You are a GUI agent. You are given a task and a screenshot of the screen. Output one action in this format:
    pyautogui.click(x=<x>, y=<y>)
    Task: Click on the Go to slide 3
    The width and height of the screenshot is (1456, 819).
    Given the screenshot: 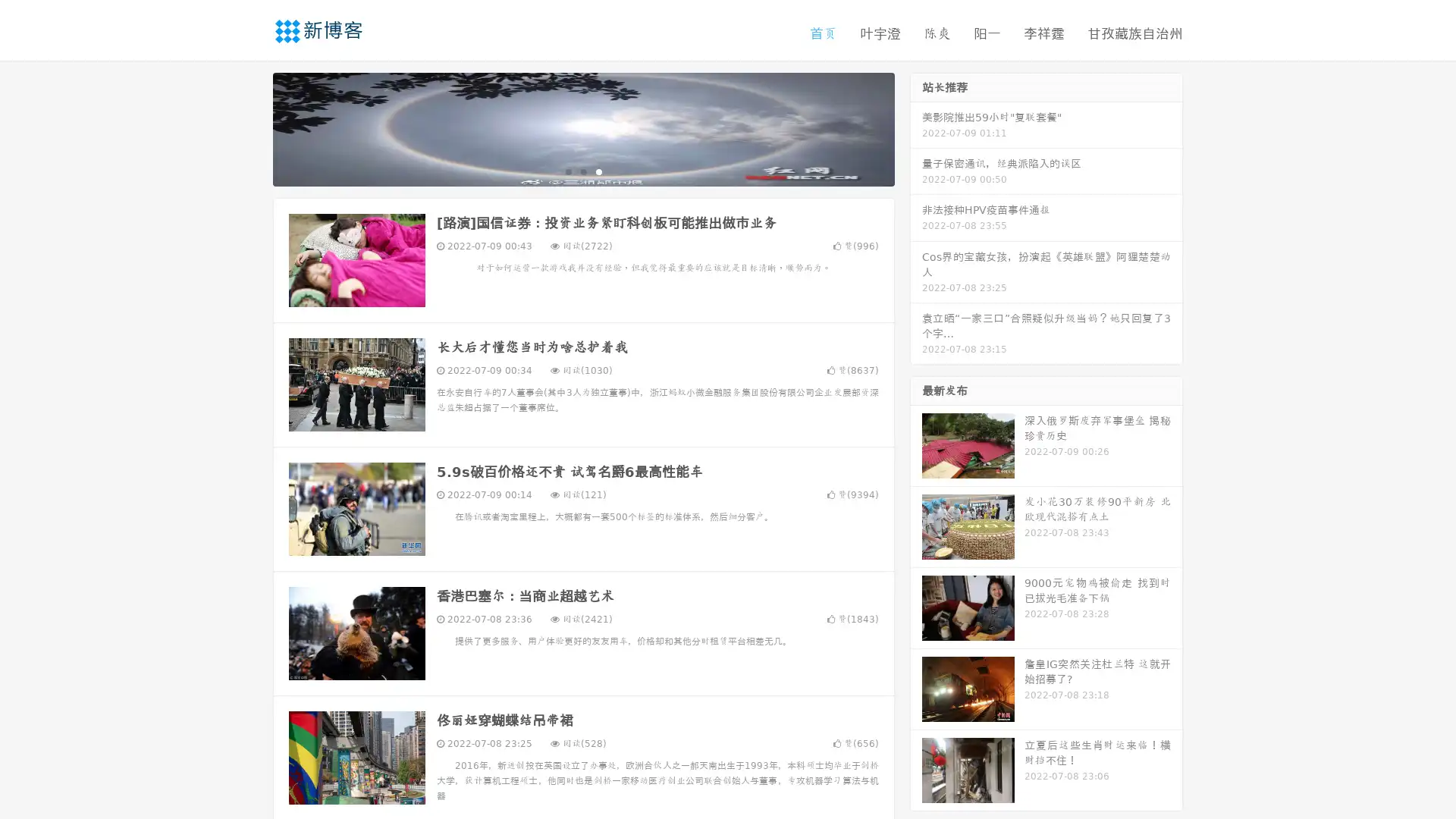 What is the action you would take?
    pyautogui.click(x=598, y=171)
    